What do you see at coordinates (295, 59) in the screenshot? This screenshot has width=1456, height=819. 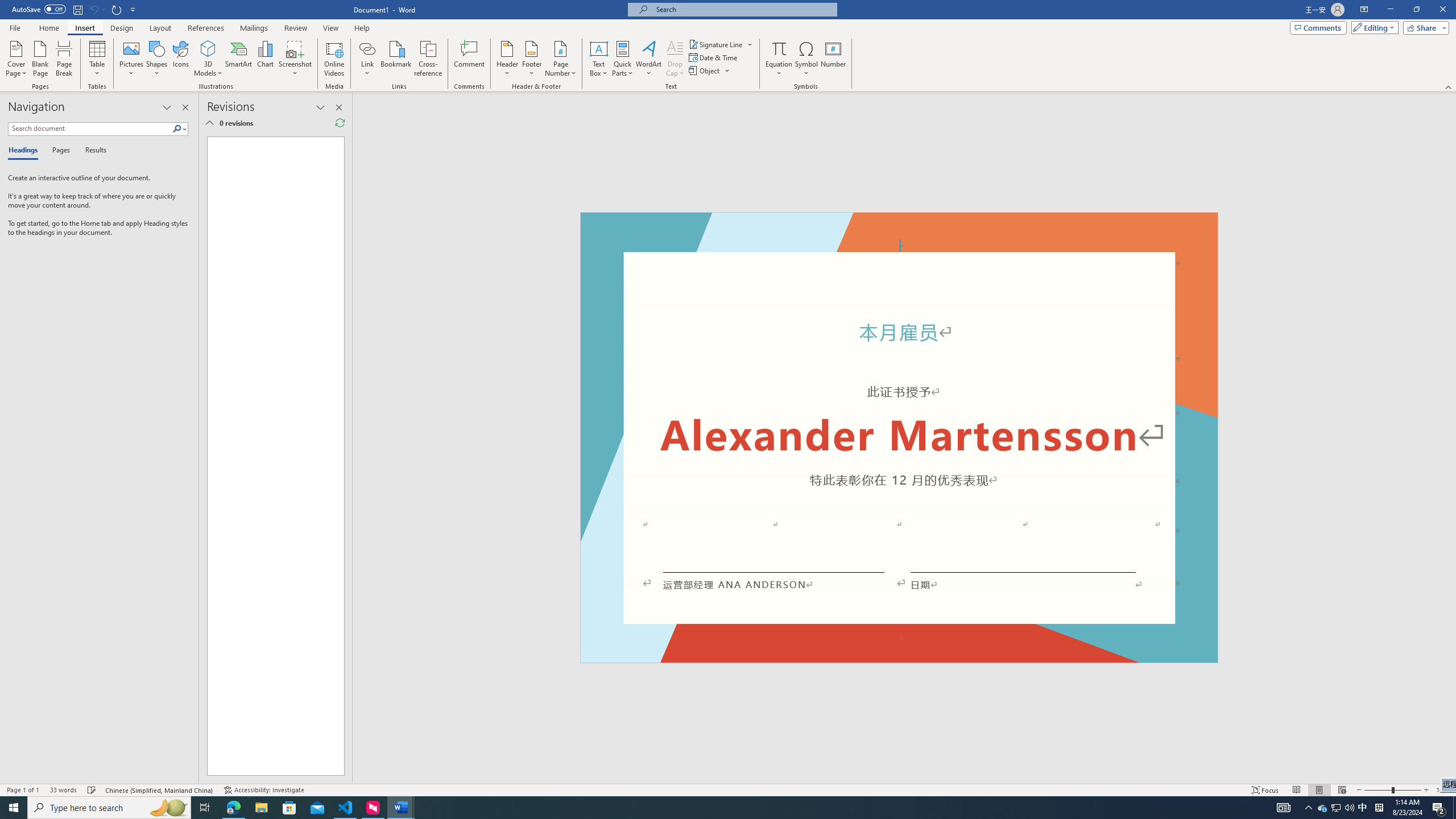 I see `'Screenshot'` at bounding box center [295, 59].